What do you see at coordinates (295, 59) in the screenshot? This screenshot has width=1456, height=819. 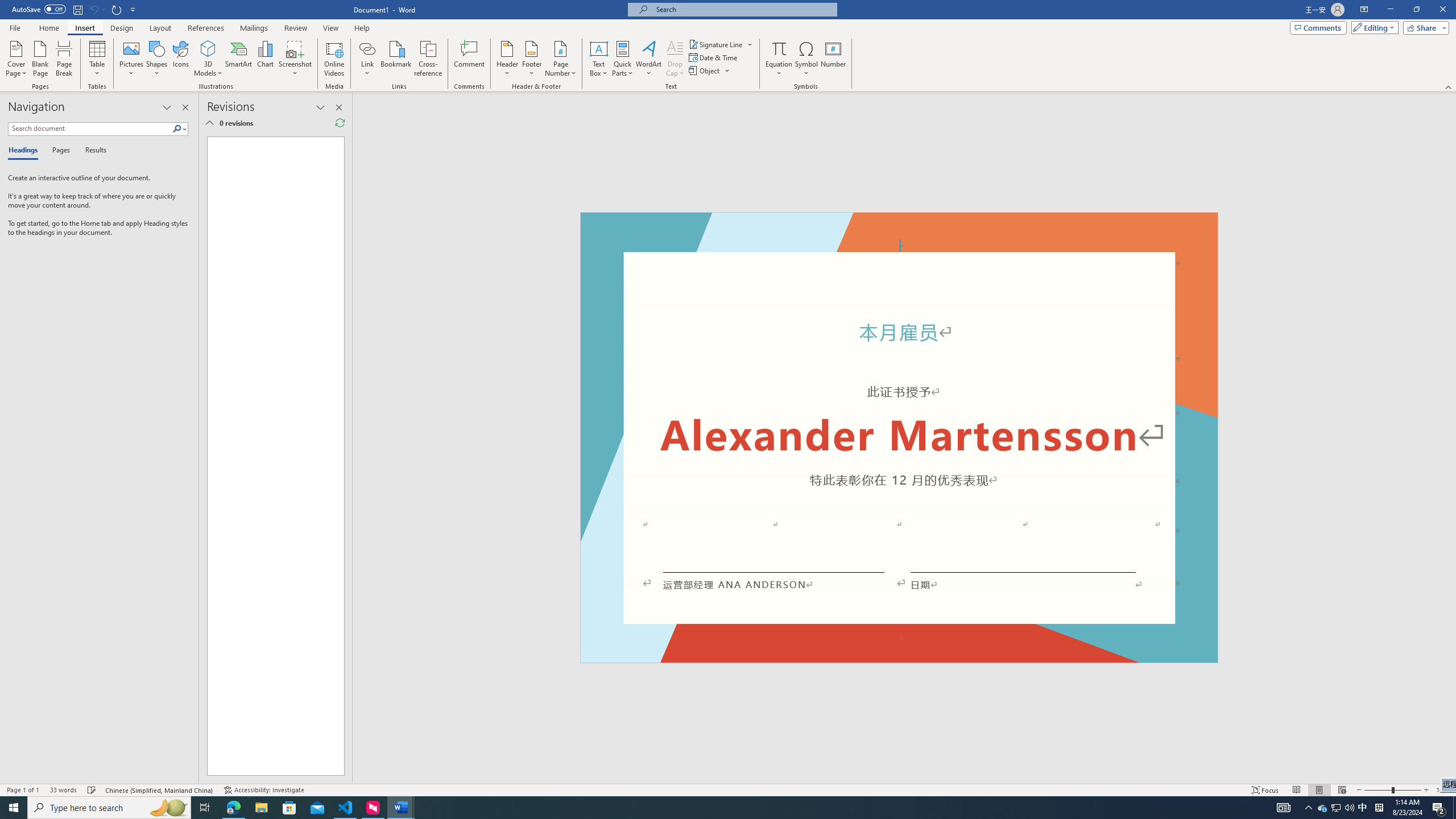 I see `'Screenshot'` at bounding box center [295, 59].